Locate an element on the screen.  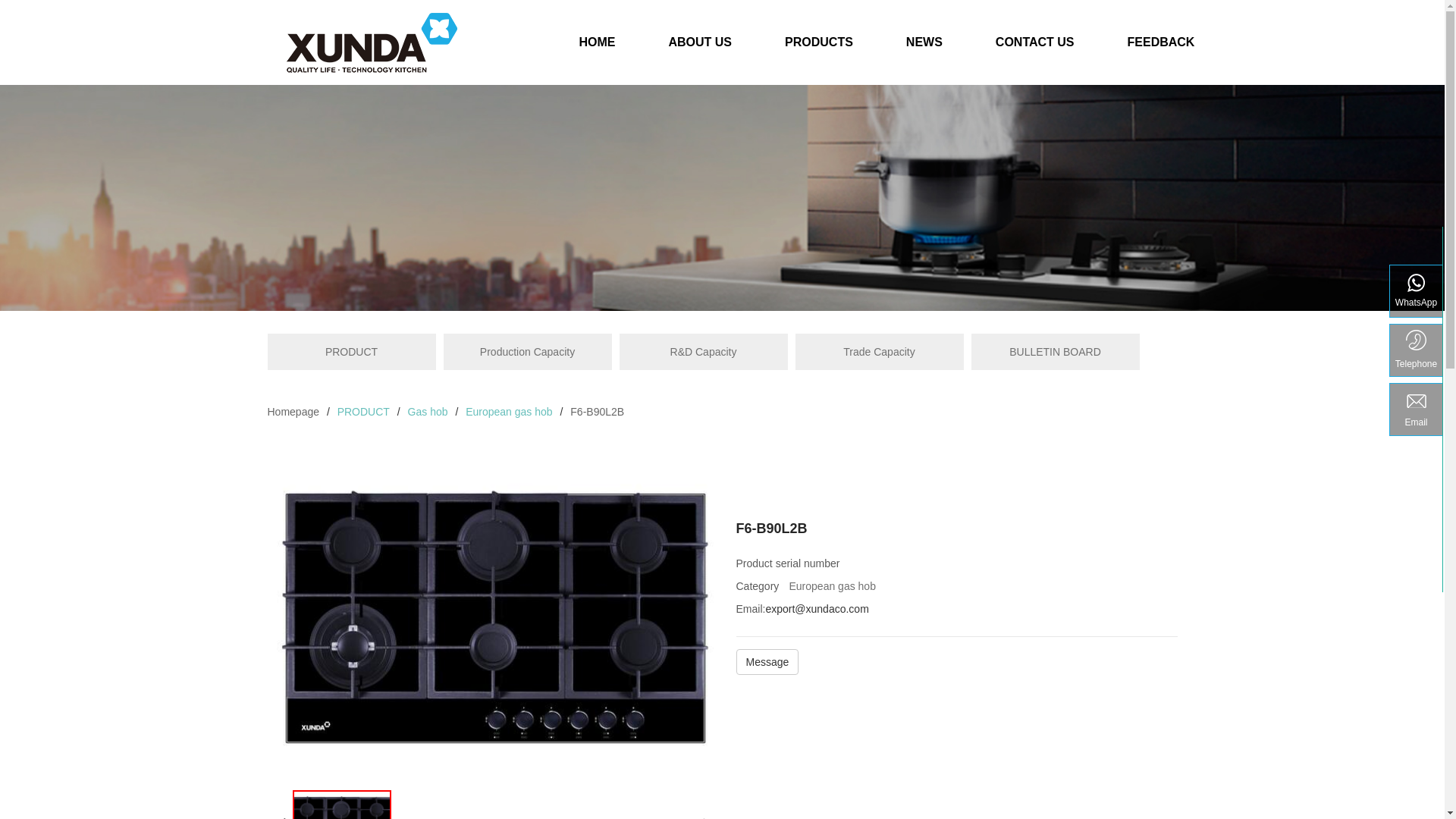
'NEWS' is located at coordinates (924, 48).